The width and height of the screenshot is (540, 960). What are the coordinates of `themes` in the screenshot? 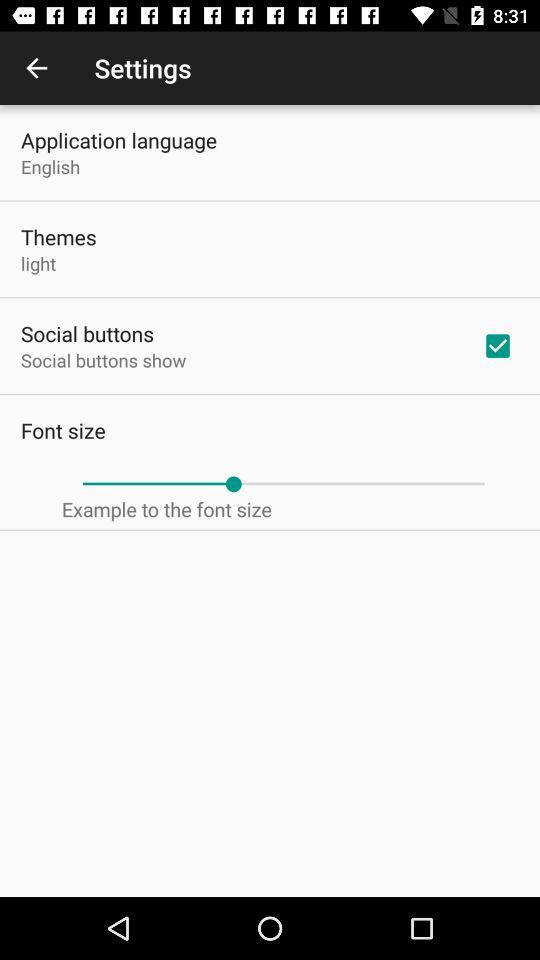 It's located at (58, 237).